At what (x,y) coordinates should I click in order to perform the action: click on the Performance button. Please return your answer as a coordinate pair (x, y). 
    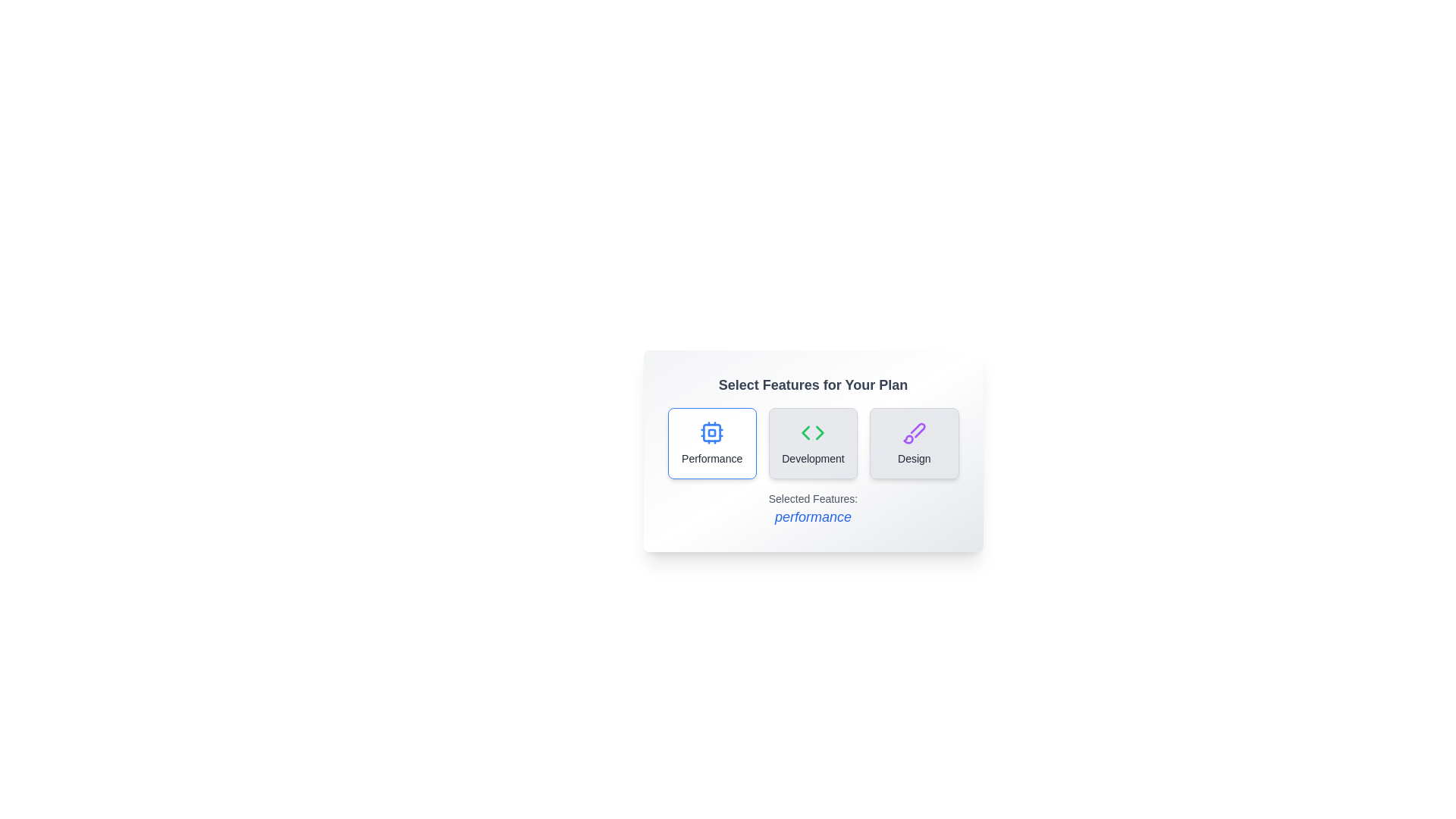
    Looking at the image, I should click on (711, 444).